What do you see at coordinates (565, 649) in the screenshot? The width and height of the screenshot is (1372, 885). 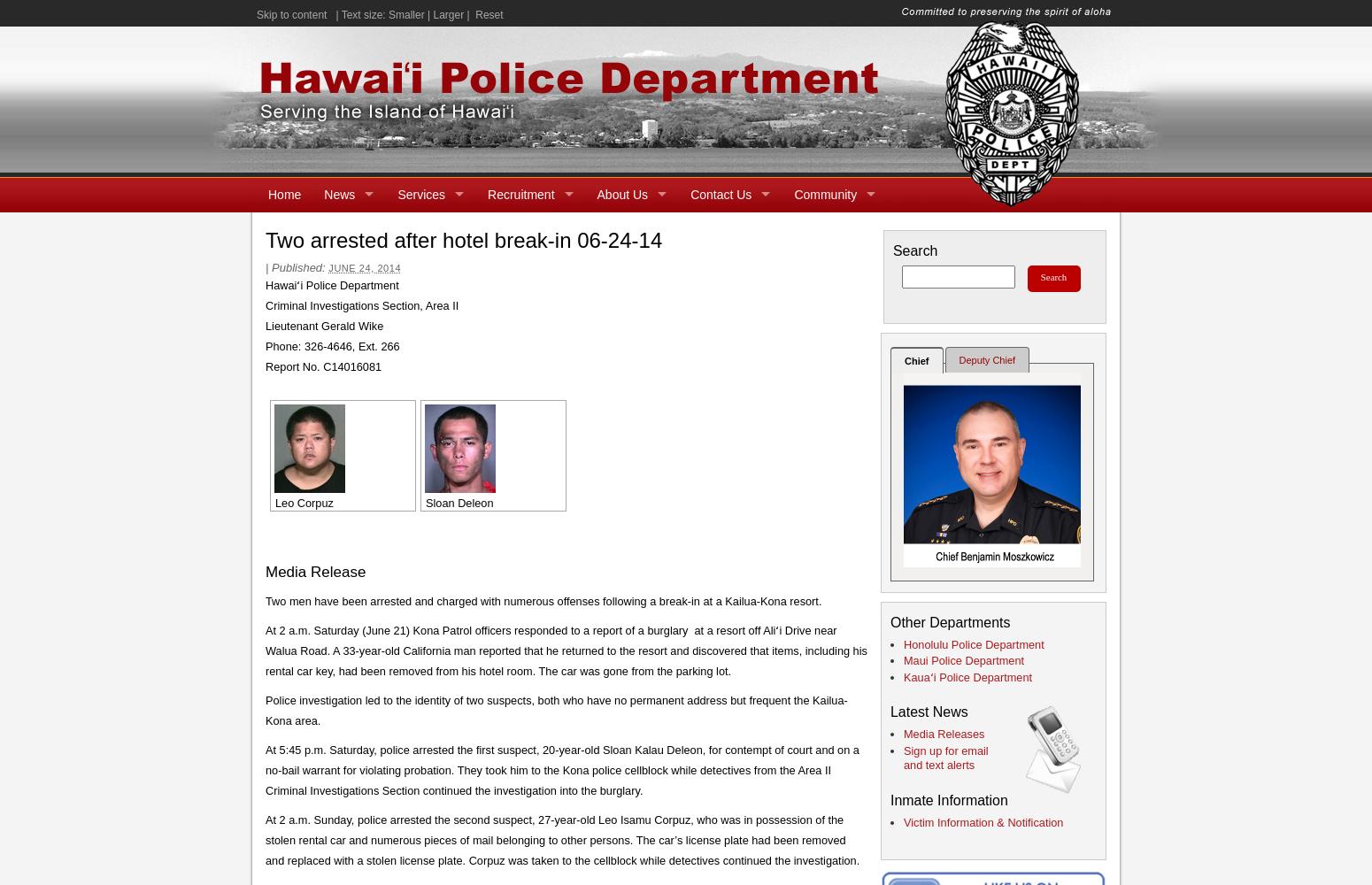 I see `'At 2 a.m. Saturday (June 21) Kona Patrol officers responded to a report of a burglary  at a resort off Aliʻi Drive near Walua Road. A 33-year-old California man reported that he returned to the resort and discovered that items, including his rental car key, had been removed from his hotel room. The car was gone from the parking lot.'` at bounding box center [565, 649].